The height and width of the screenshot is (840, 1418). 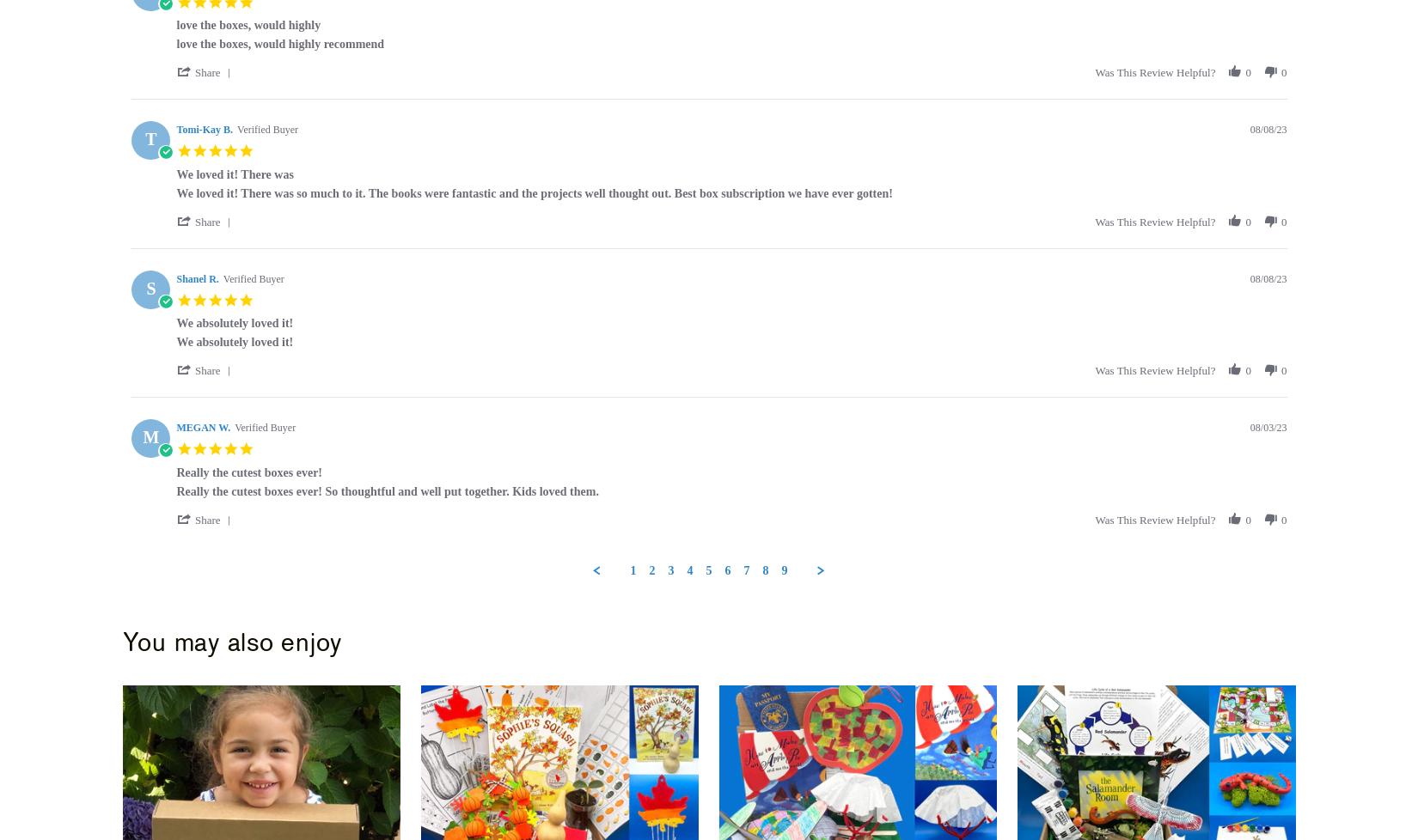 What do you see at coordinates (669, 569) in the screenshot?
I see `'3'` at bounding box center [669, 569].